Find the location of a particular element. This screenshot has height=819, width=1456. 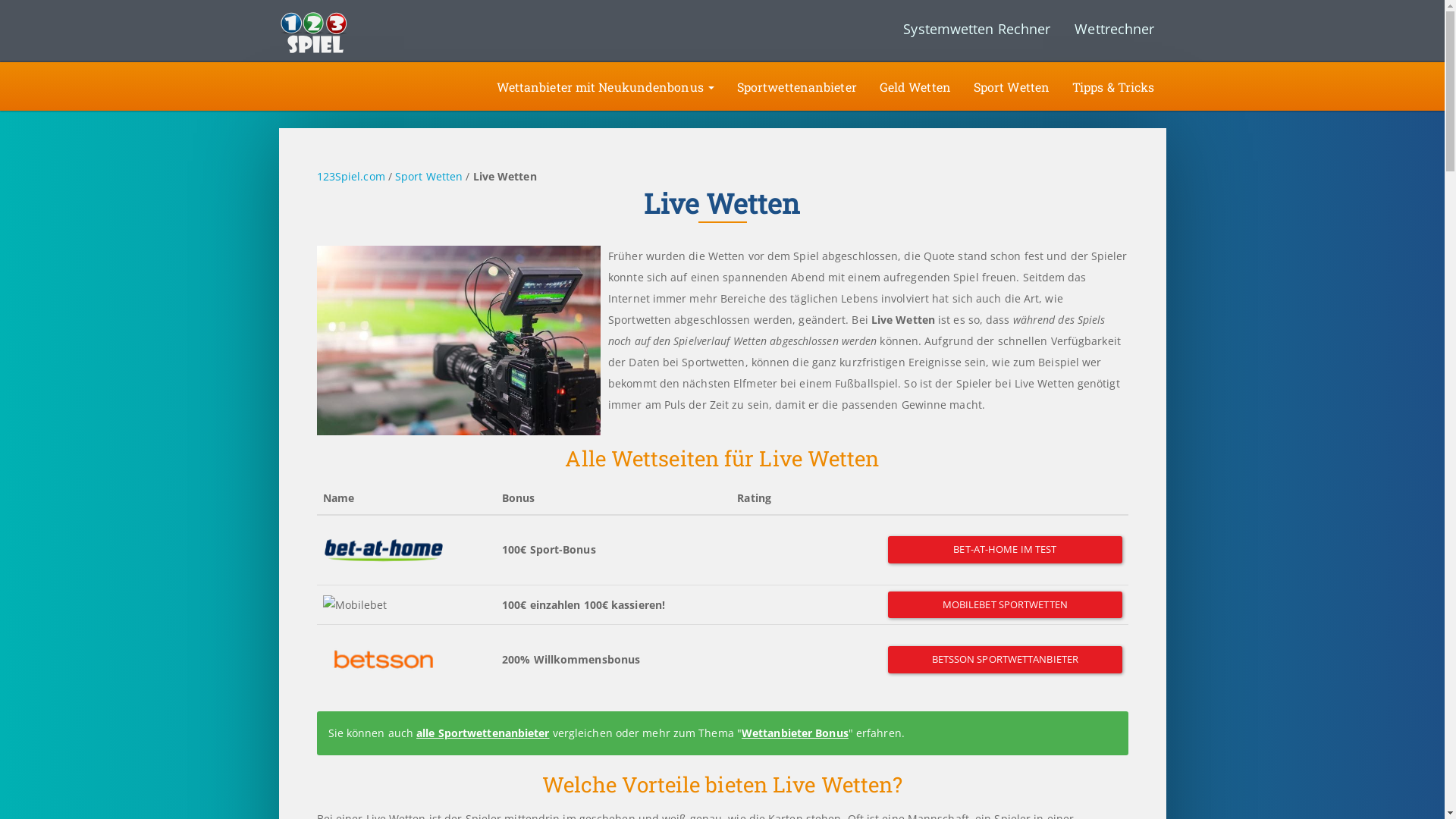

'BETSSON SPORTWETTANBIETER' is located at coordinates (1004, 659).